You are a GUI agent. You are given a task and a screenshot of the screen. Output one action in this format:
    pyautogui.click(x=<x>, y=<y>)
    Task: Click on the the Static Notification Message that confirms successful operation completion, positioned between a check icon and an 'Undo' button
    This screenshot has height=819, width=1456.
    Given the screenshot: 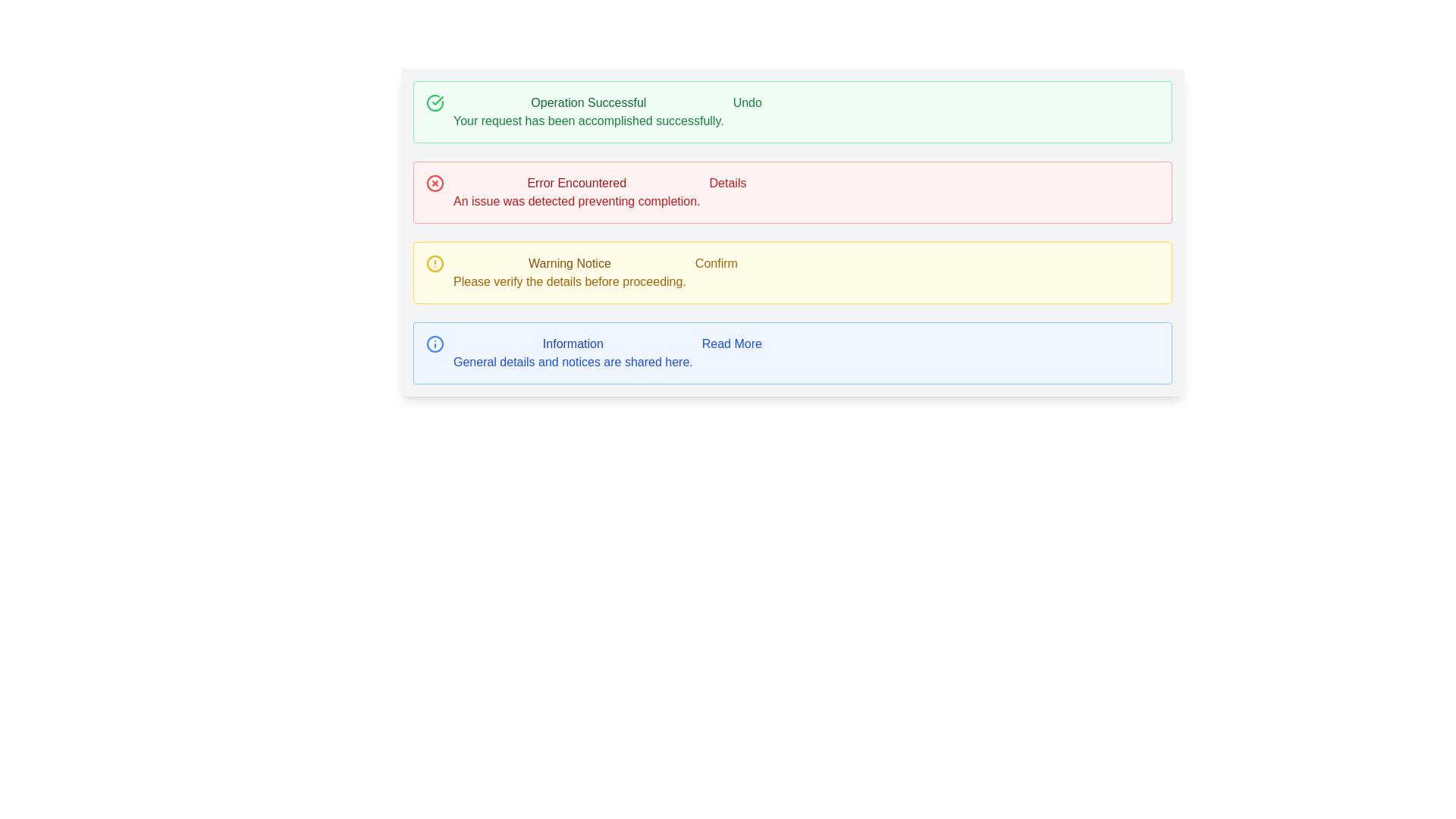 What is the action you would take?
    pyautogui.click(x=588, y=111)
    